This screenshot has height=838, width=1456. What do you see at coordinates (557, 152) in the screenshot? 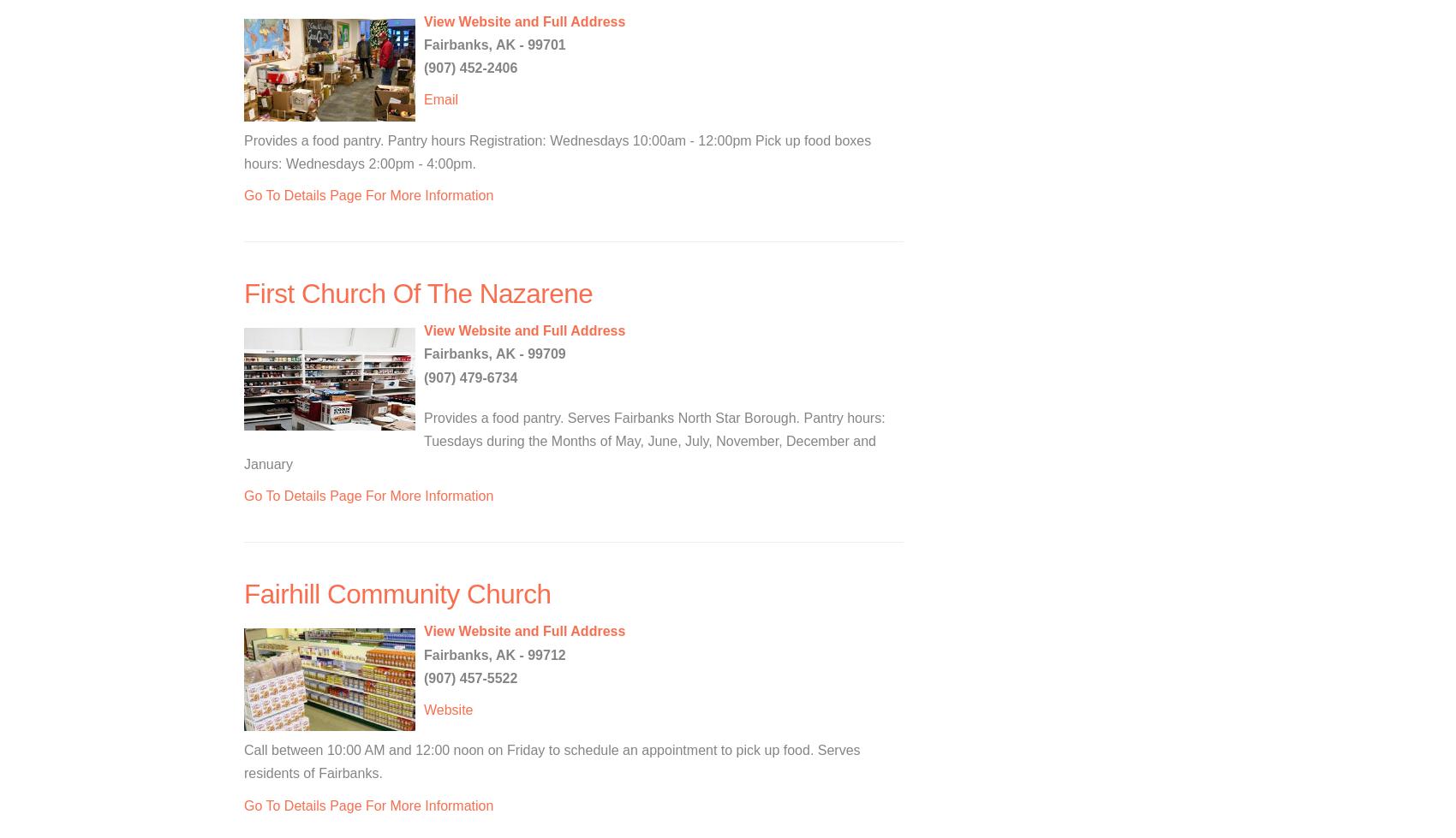
I see `'Provides a food pantry.  Pantry hours Registration: Wednesdays 10:00am - 12:00pm Pick up food boxes hours: Wednesdays 2:00pm - 4:00pm.'` at bounding box center [557, 152].